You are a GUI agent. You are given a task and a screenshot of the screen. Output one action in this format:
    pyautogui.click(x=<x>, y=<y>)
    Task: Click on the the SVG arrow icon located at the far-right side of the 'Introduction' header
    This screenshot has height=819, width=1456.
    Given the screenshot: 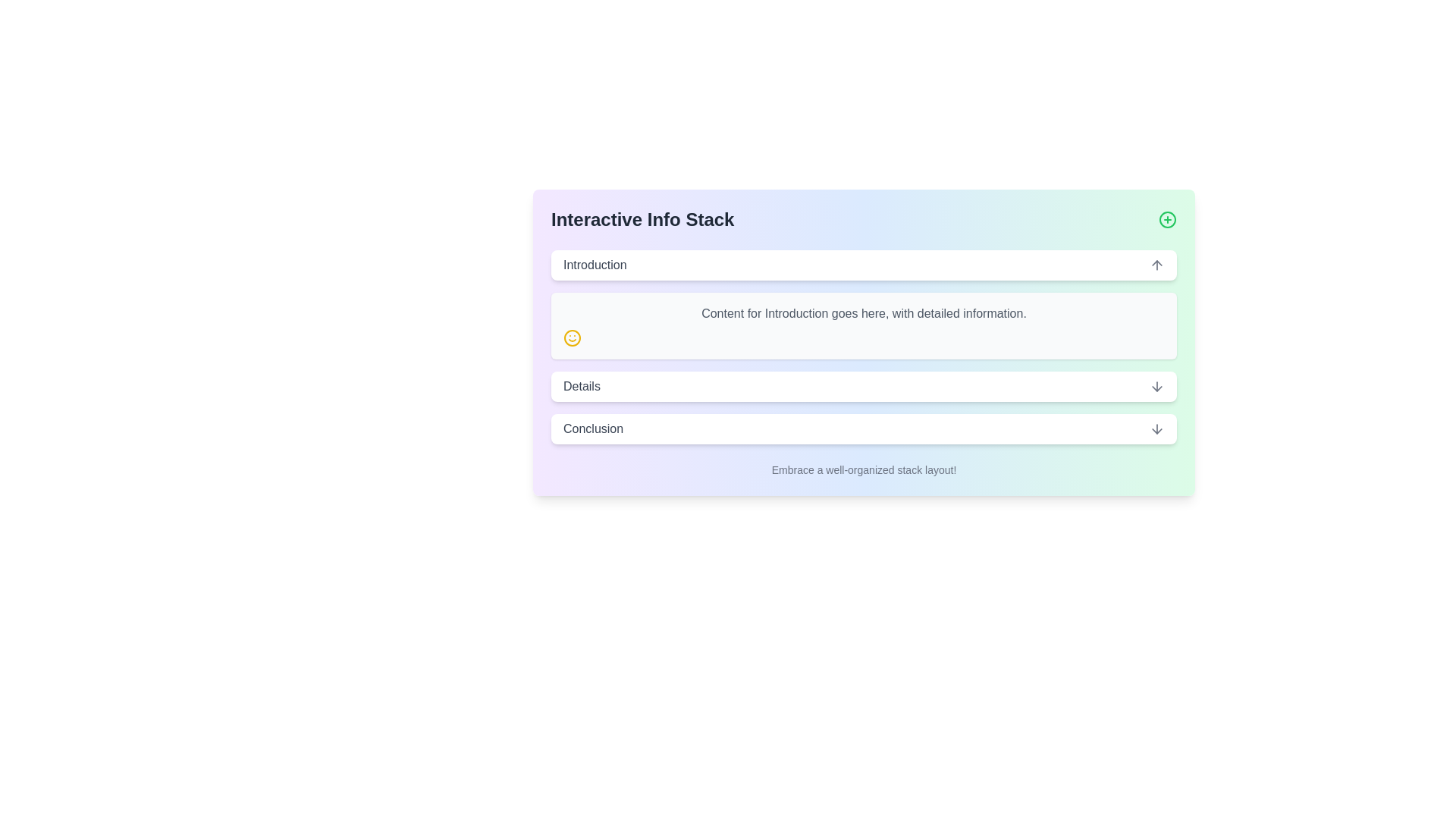 What is the action you would take?
    pyautogui.click(x=1156, y=265)
    